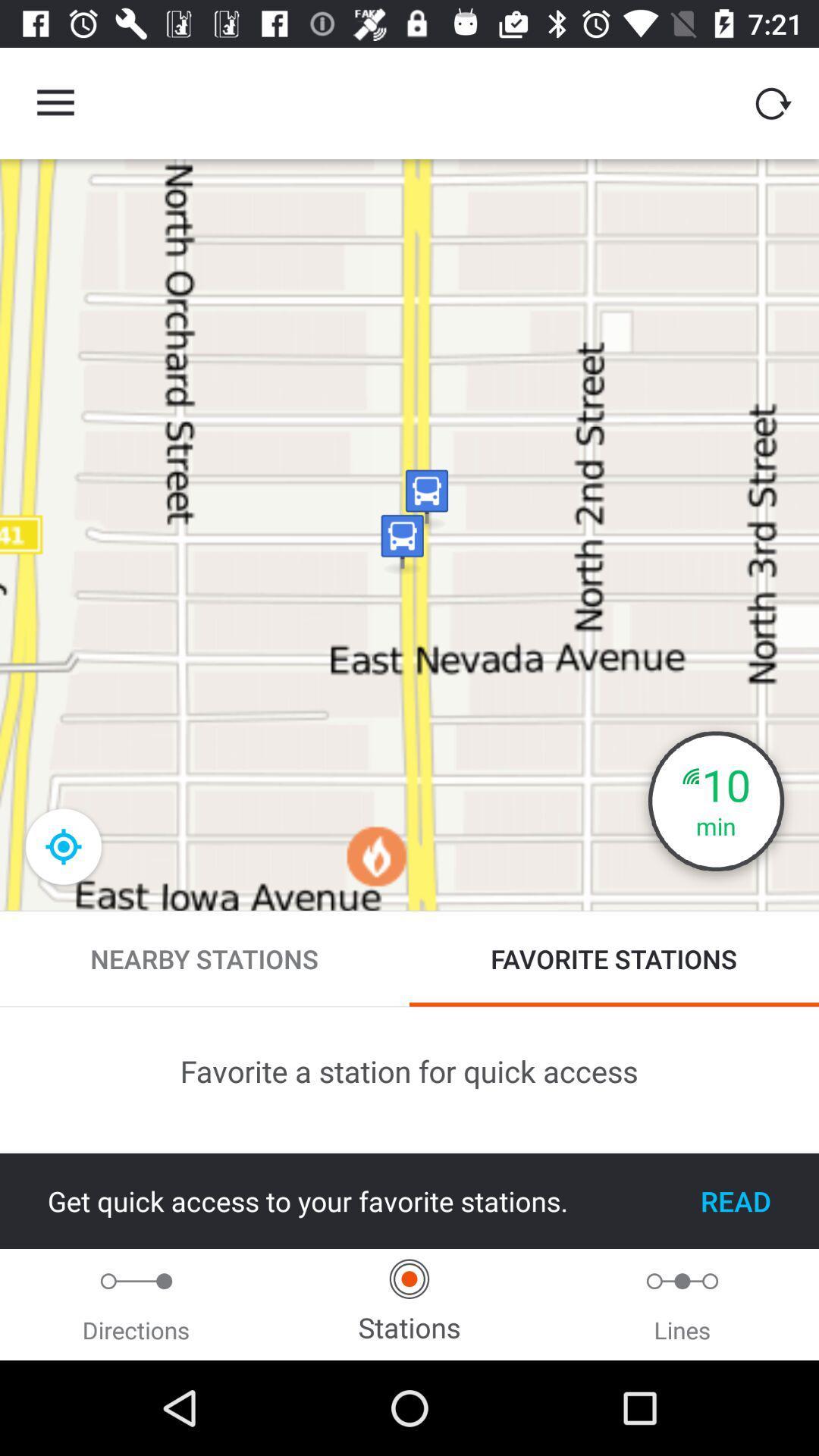  What do you see at coordinates (63, 846) in the screenshot?
I see `the location_crosshair icon` at bounding box center [63, 846].